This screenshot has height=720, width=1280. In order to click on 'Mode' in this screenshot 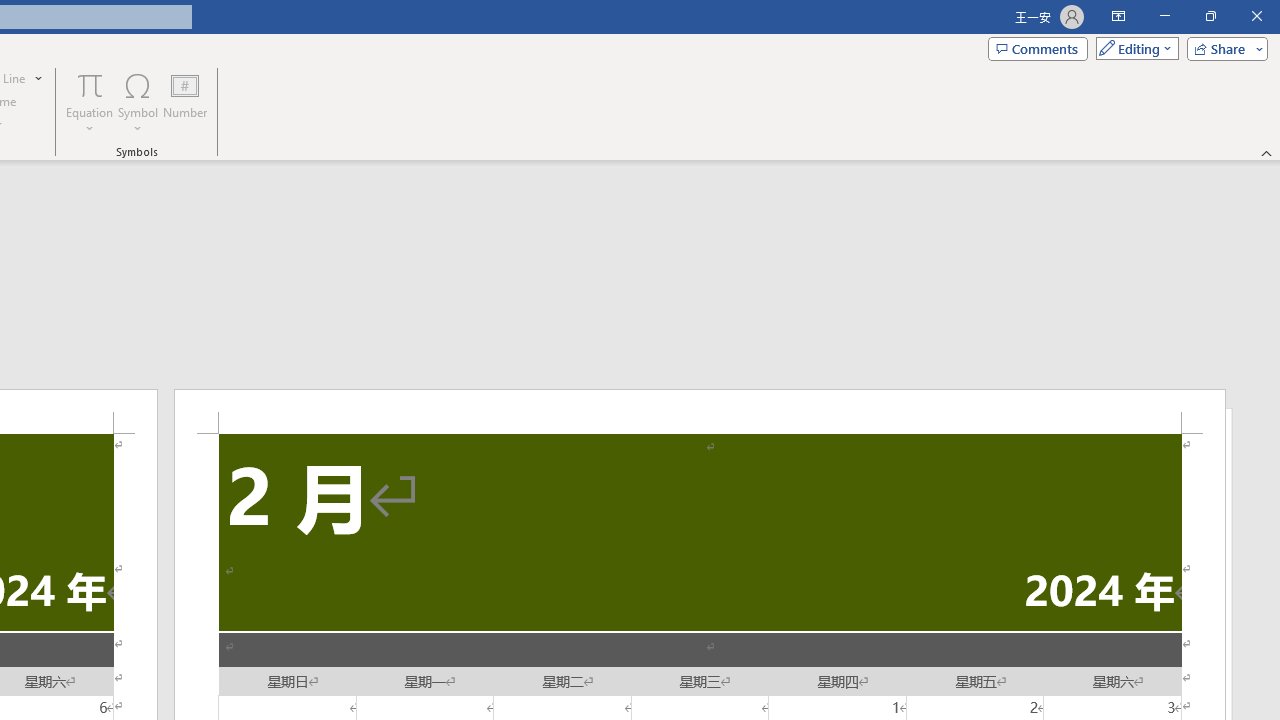, I will do `click(1133, 47)`.